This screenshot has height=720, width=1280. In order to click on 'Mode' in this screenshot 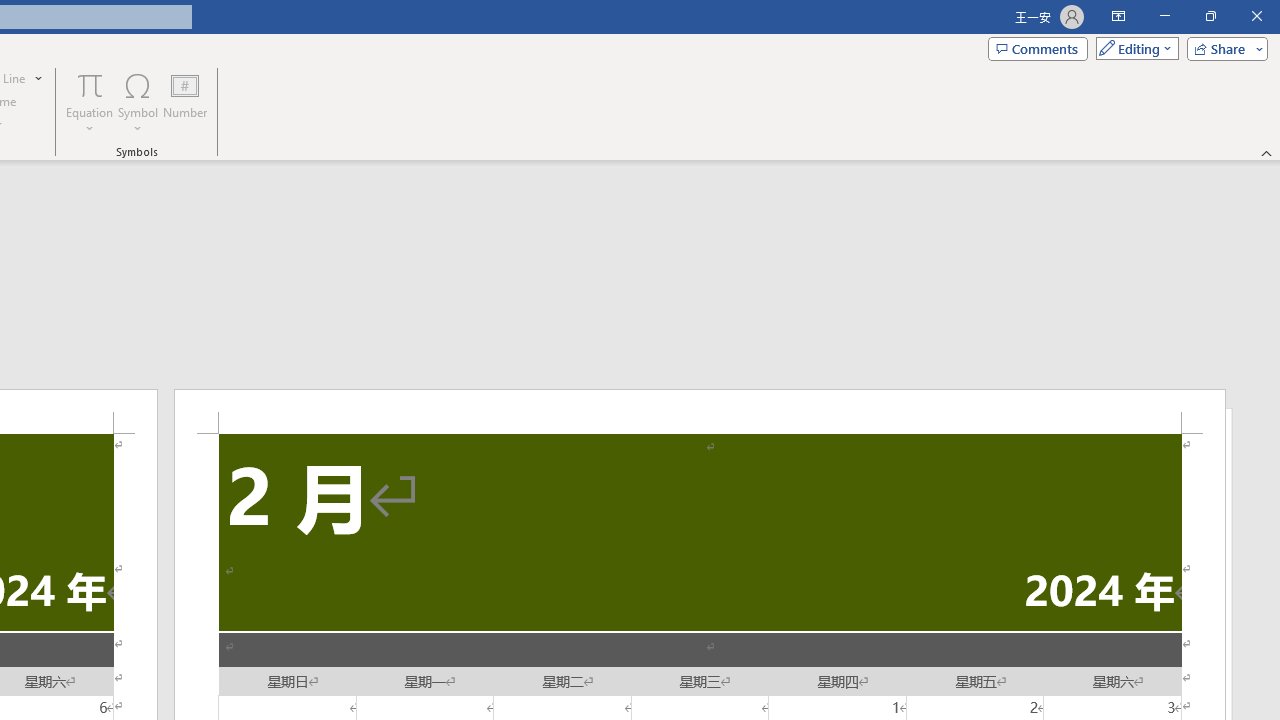, I will do `click(1133, 47)`.